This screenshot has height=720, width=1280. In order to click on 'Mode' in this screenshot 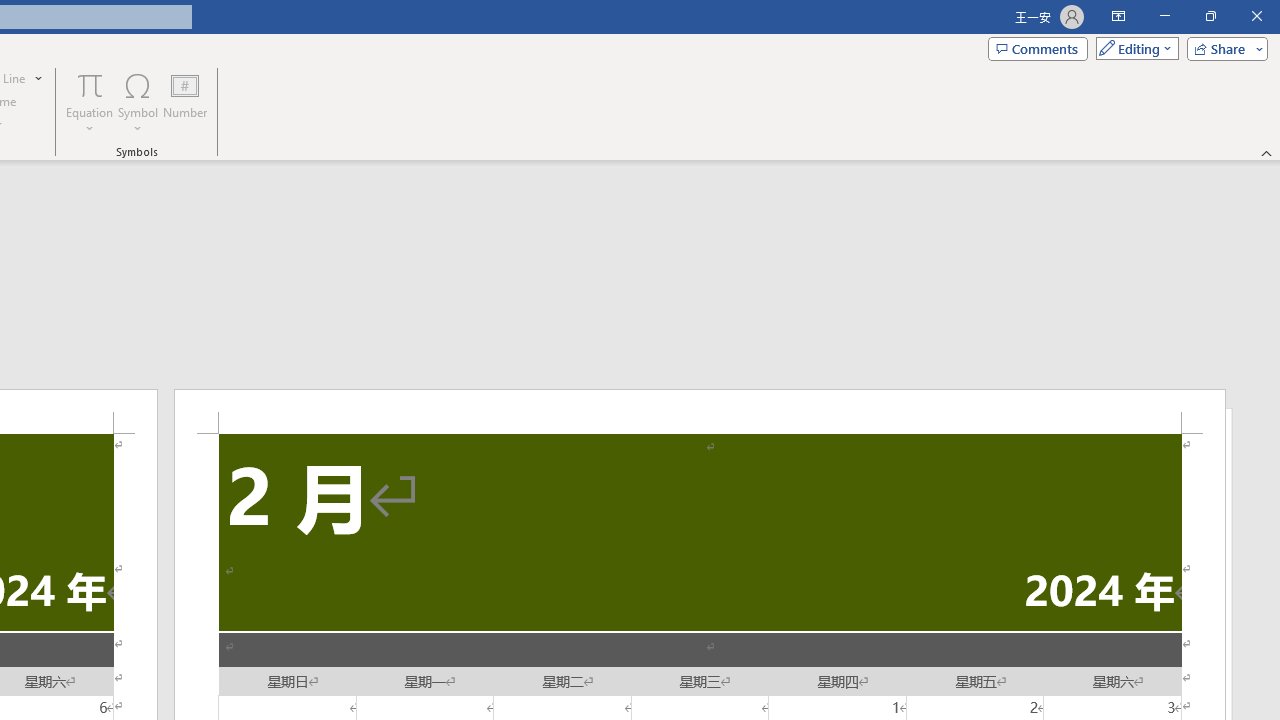, I will do `click(1133, 47)`.